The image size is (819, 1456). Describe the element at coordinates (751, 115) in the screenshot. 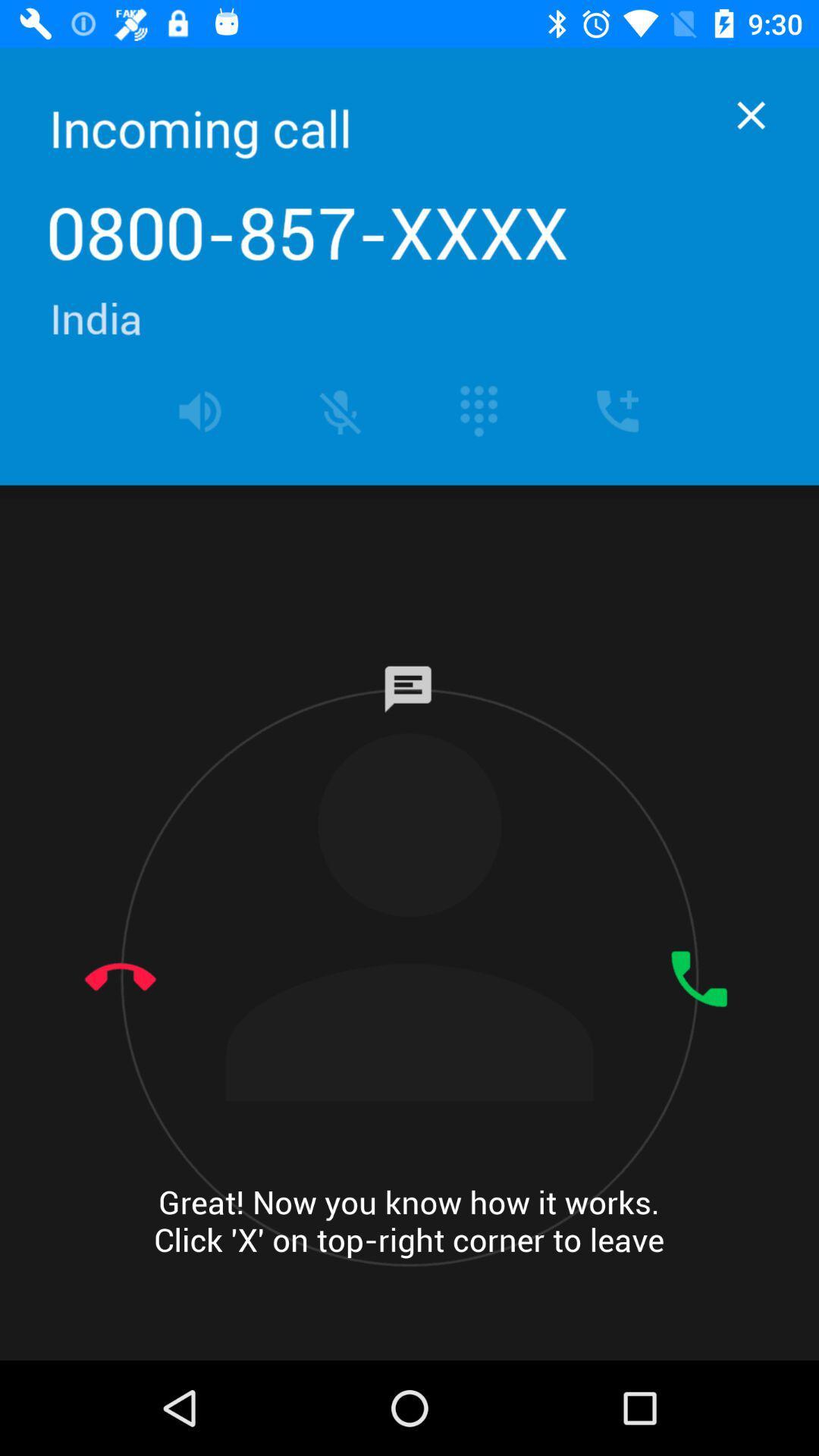

I see `option` at that location.